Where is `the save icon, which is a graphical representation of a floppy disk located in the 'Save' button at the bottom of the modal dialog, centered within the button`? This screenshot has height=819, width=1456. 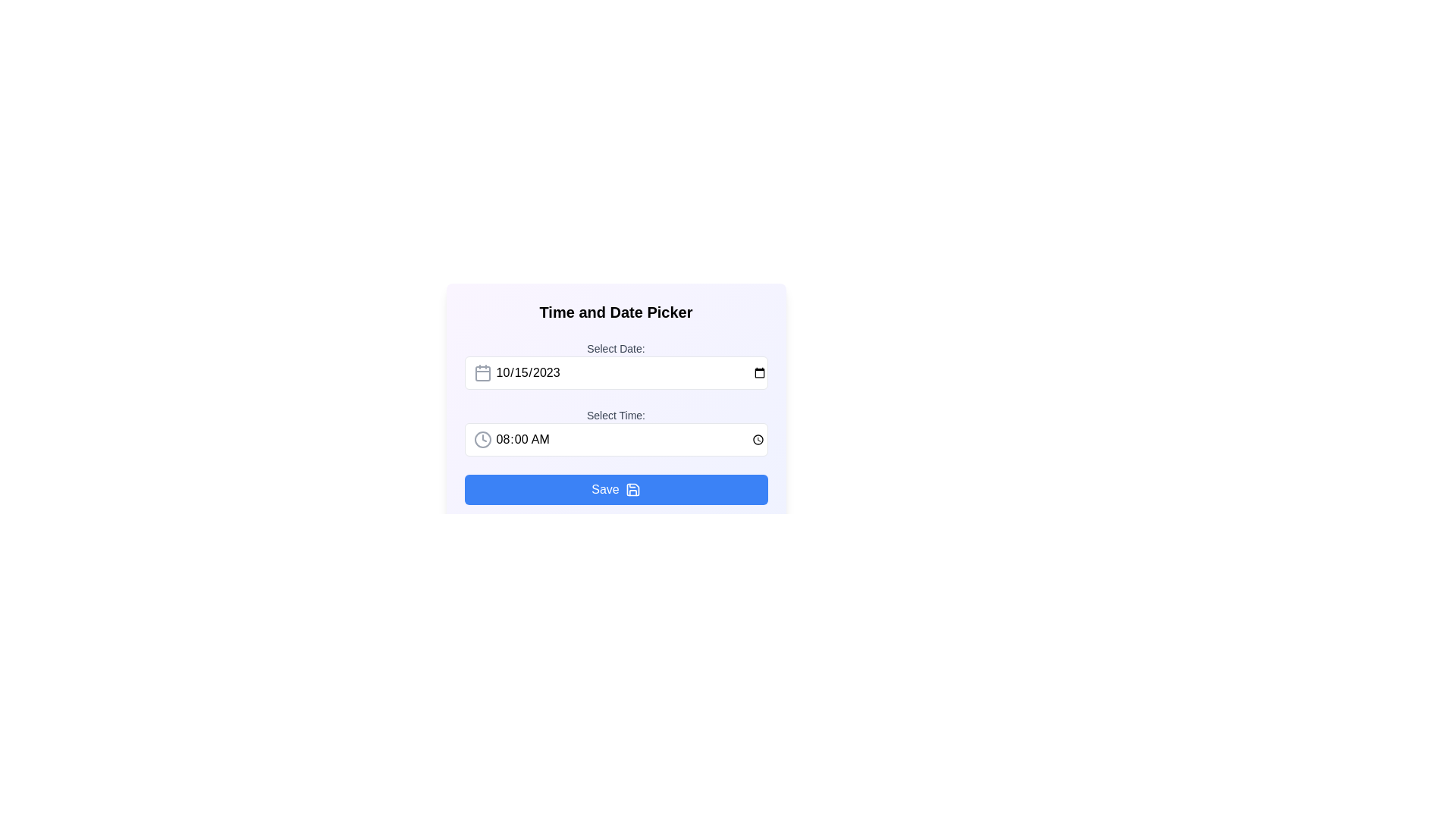 the save icon, which is a graphical representation of a floppy disk located in the 'Save' button at the bottom of the modal dialog, centered within the button is located at coordinates (632, 489).